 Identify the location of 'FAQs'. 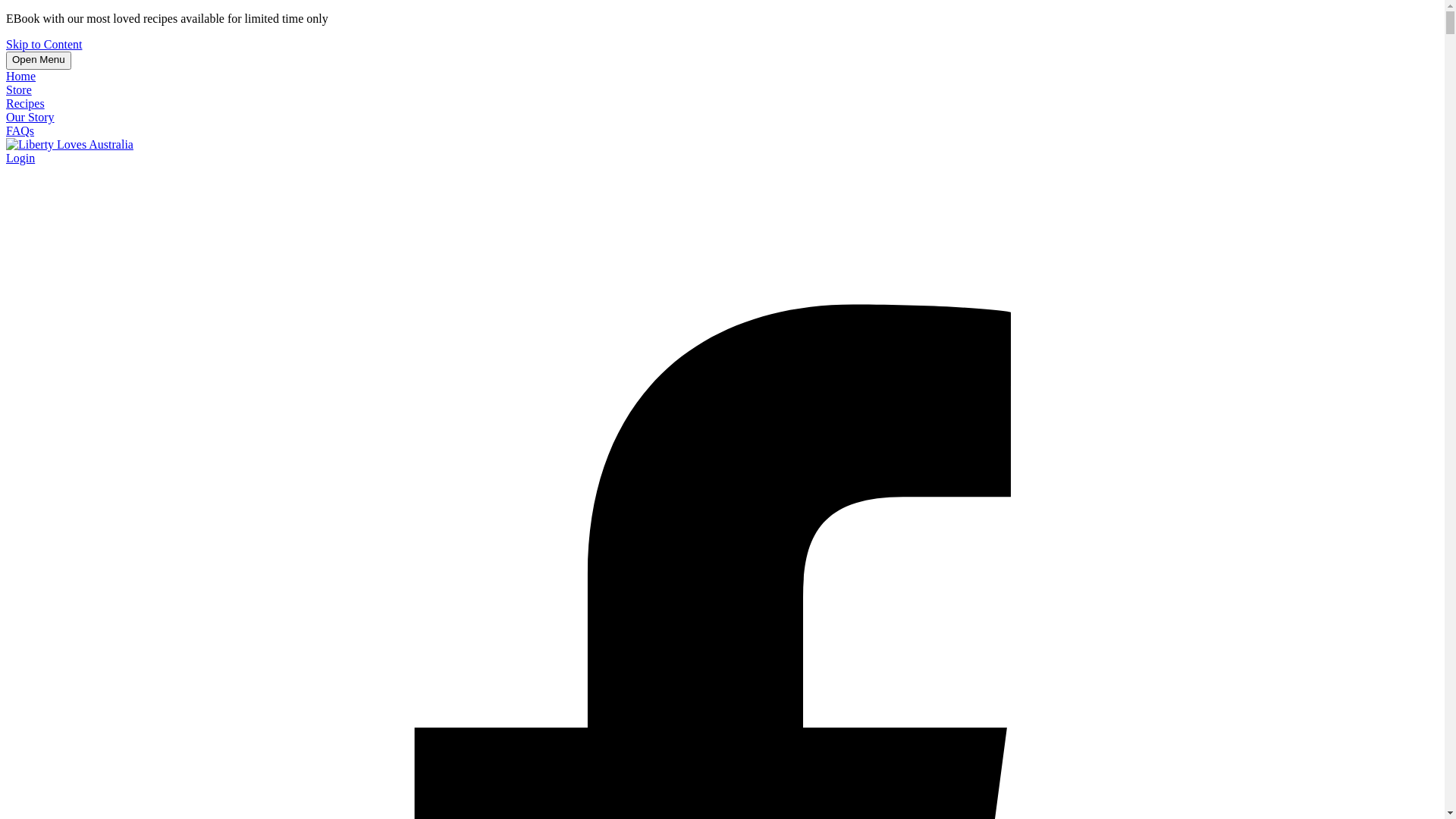
(20, 130).